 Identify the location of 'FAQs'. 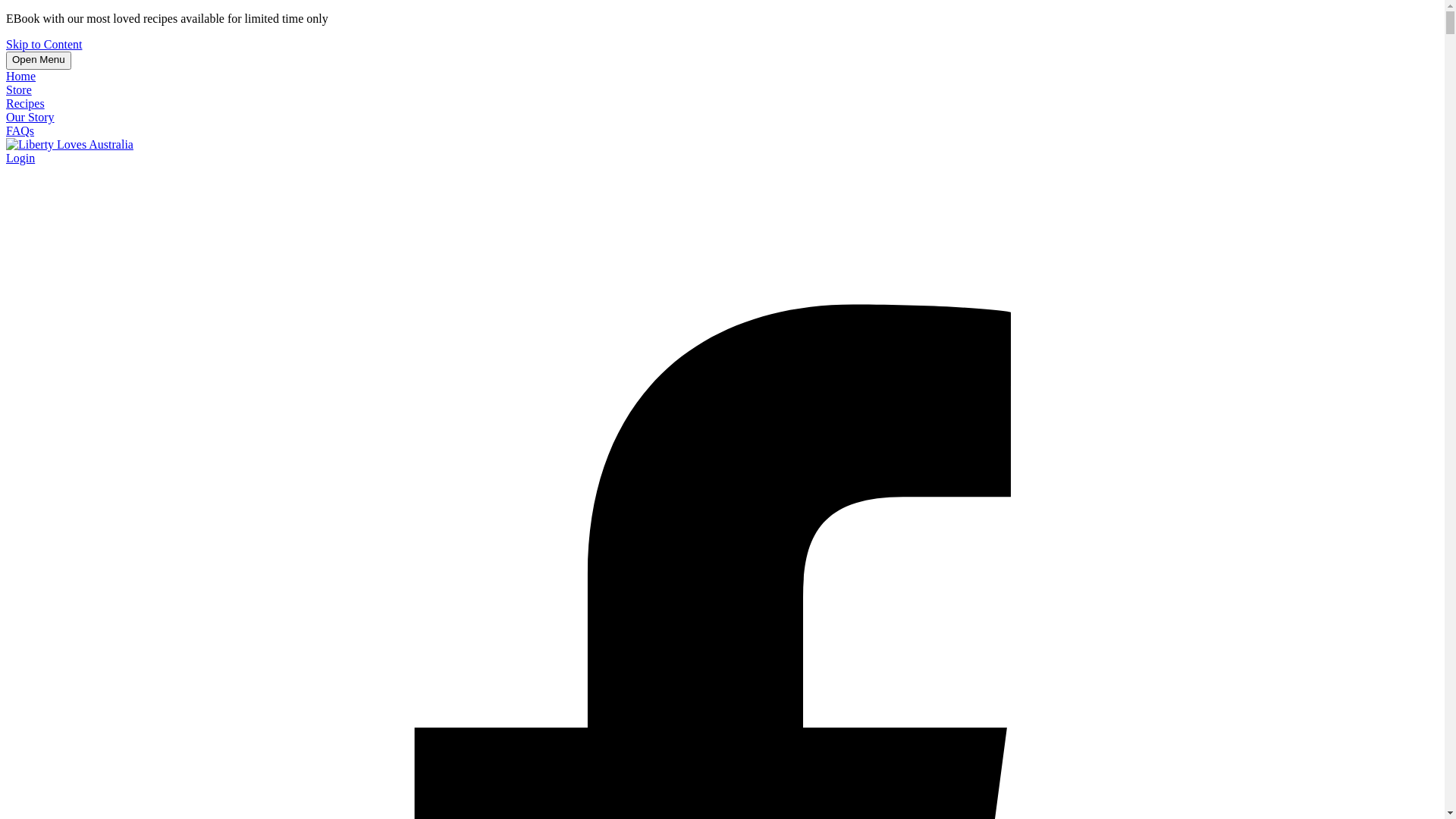
(20, 130).